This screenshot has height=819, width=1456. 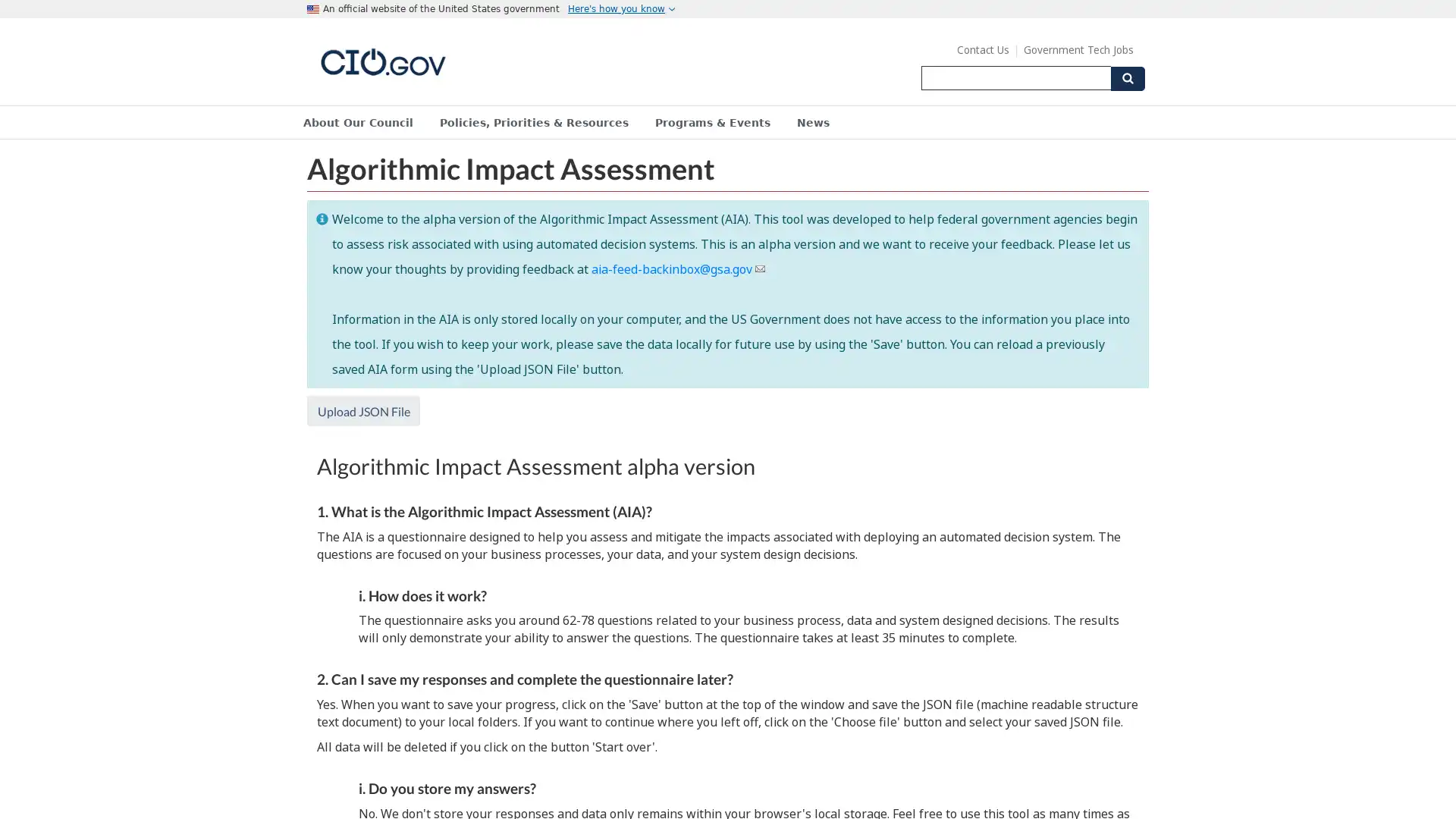 I want to click on About Our Council, so click(x=359, y=121).